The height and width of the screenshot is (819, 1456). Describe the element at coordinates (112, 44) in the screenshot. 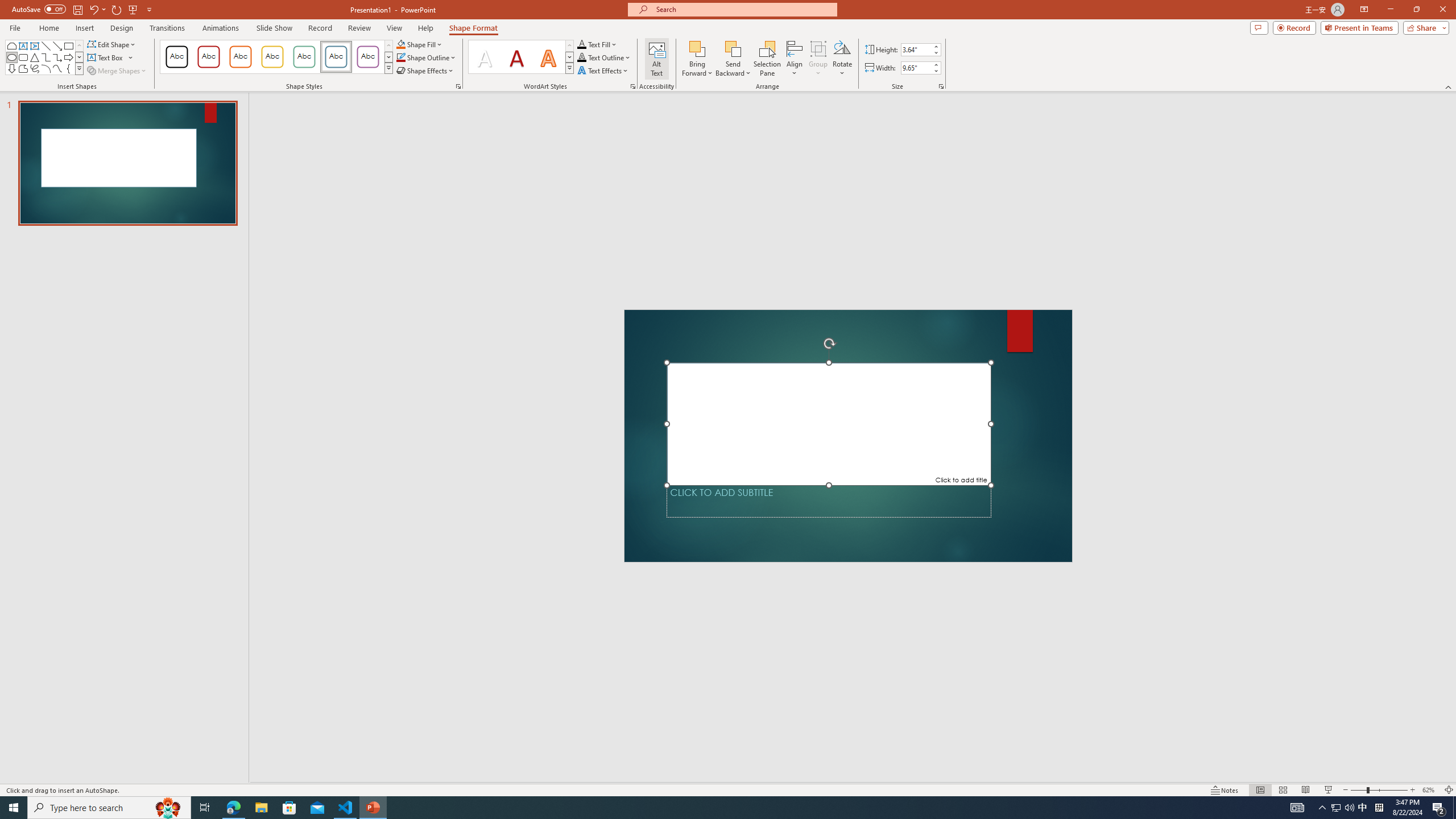

I see `'Edit Shape'` at that location.